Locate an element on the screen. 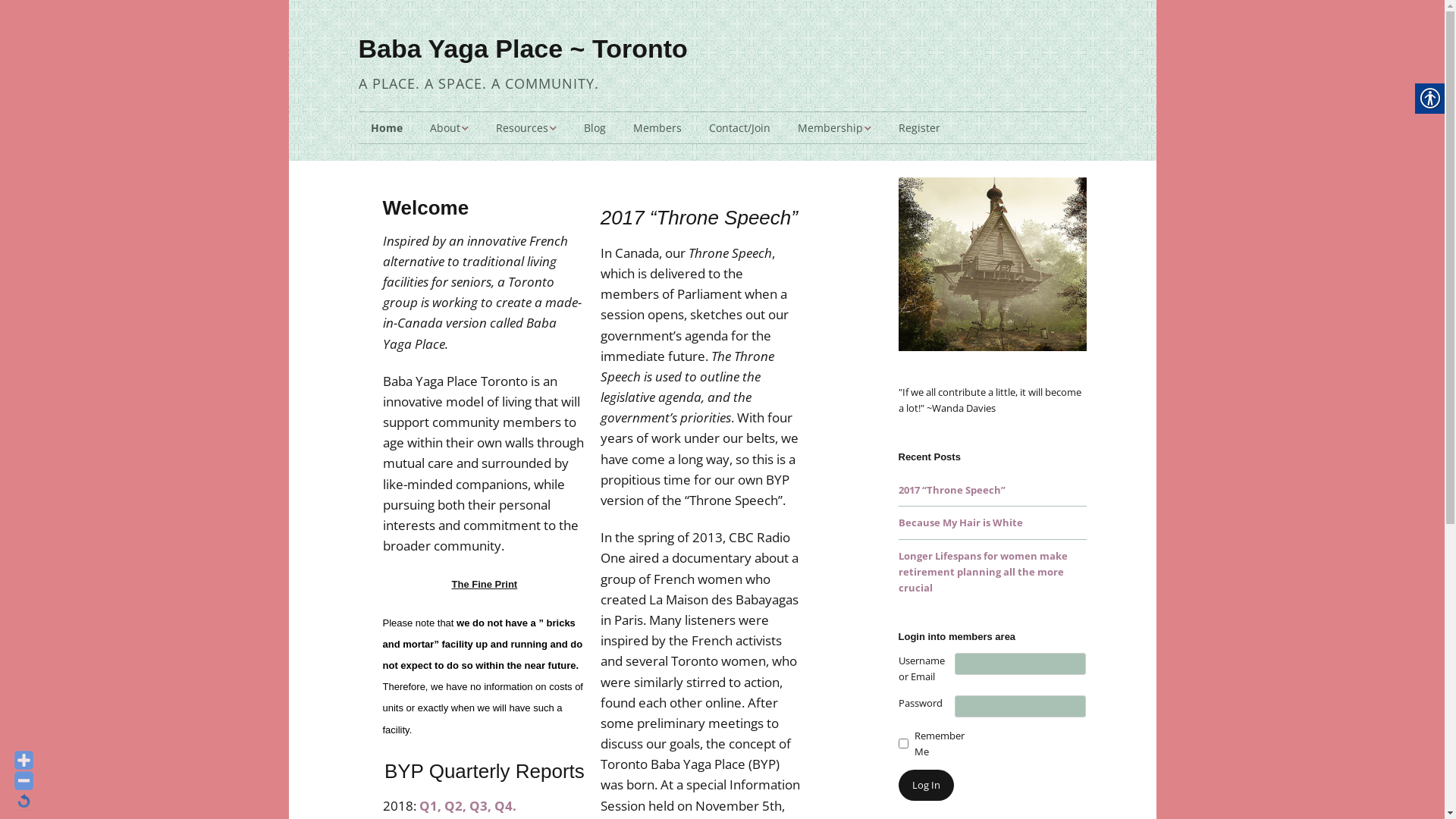  'Because My Hair is White' is located at coordinates (959, 522).